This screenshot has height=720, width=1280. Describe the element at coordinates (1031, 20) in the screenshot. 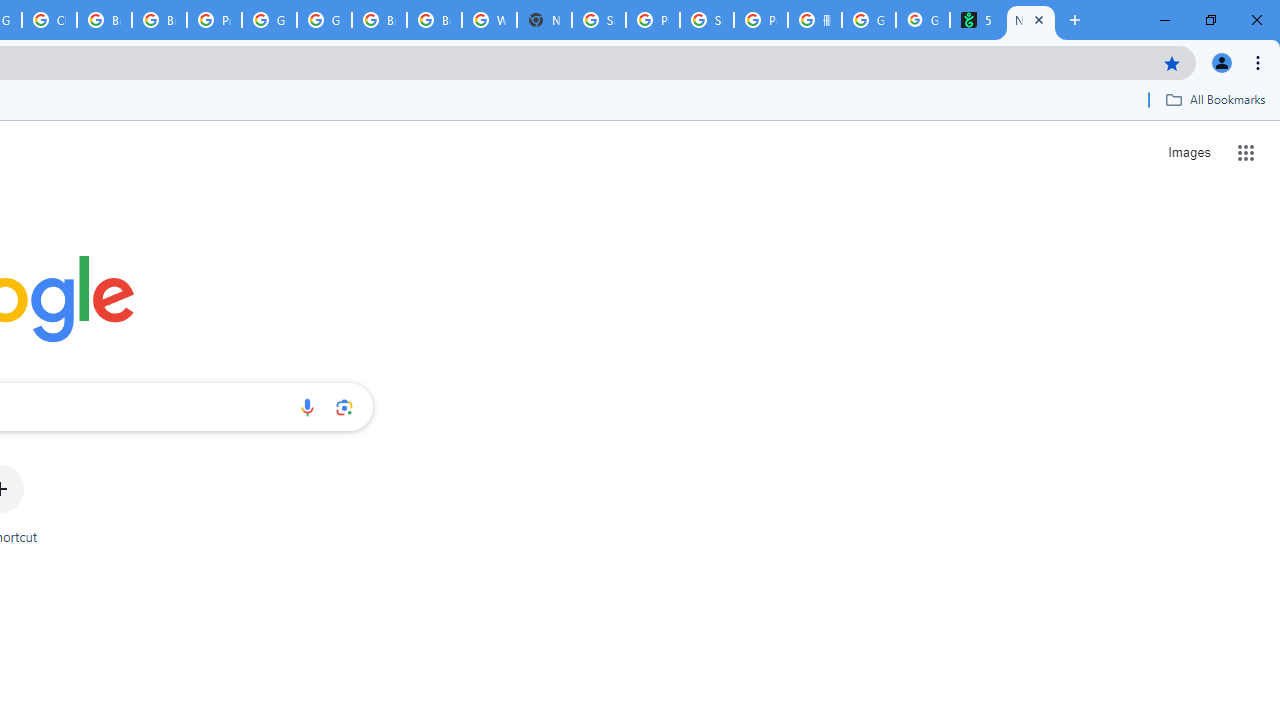

I see `'New Tab'` at that location.